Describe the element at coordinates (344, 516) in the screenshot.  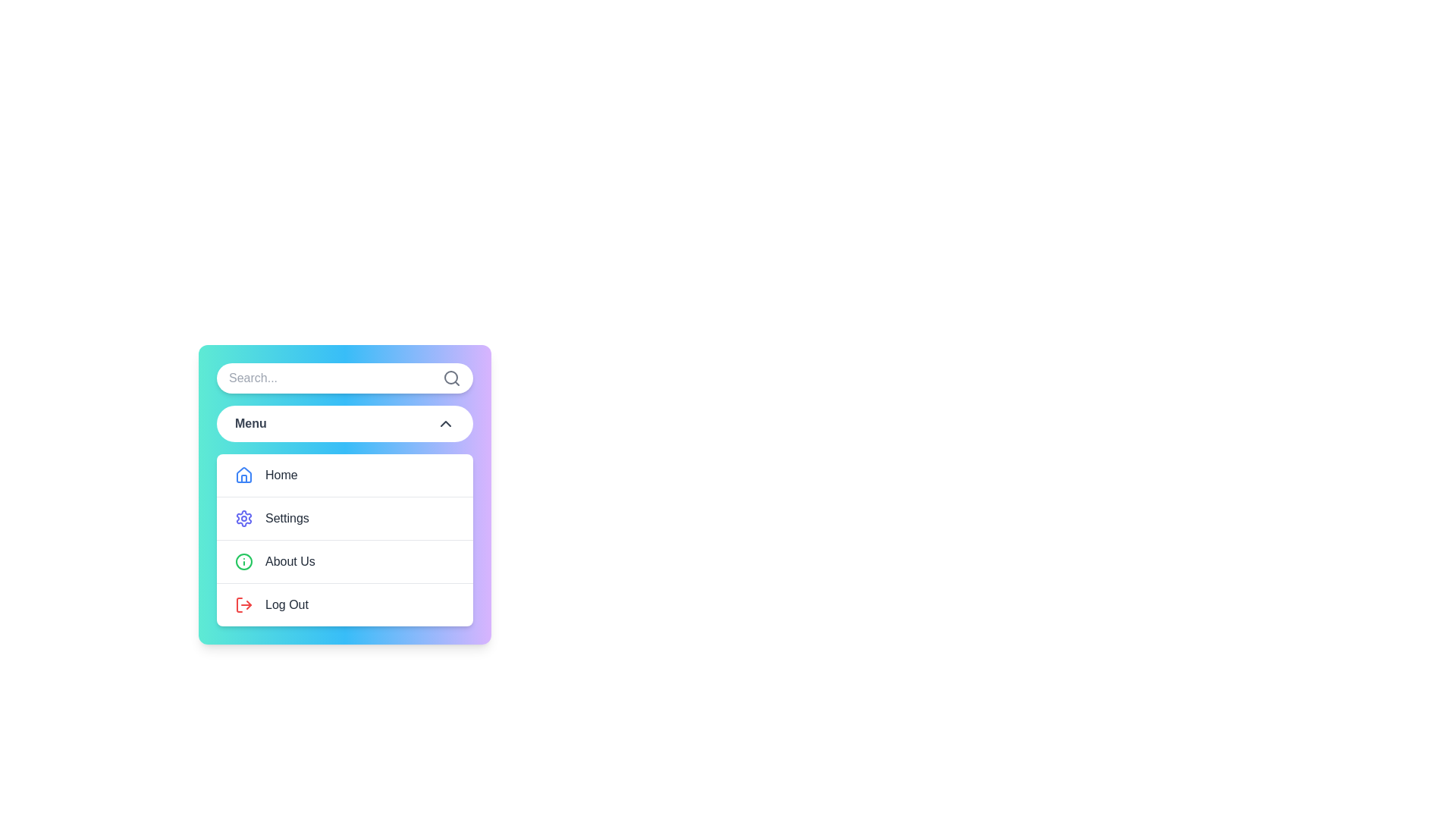
I see `the 'Settings' menu option` at that location.